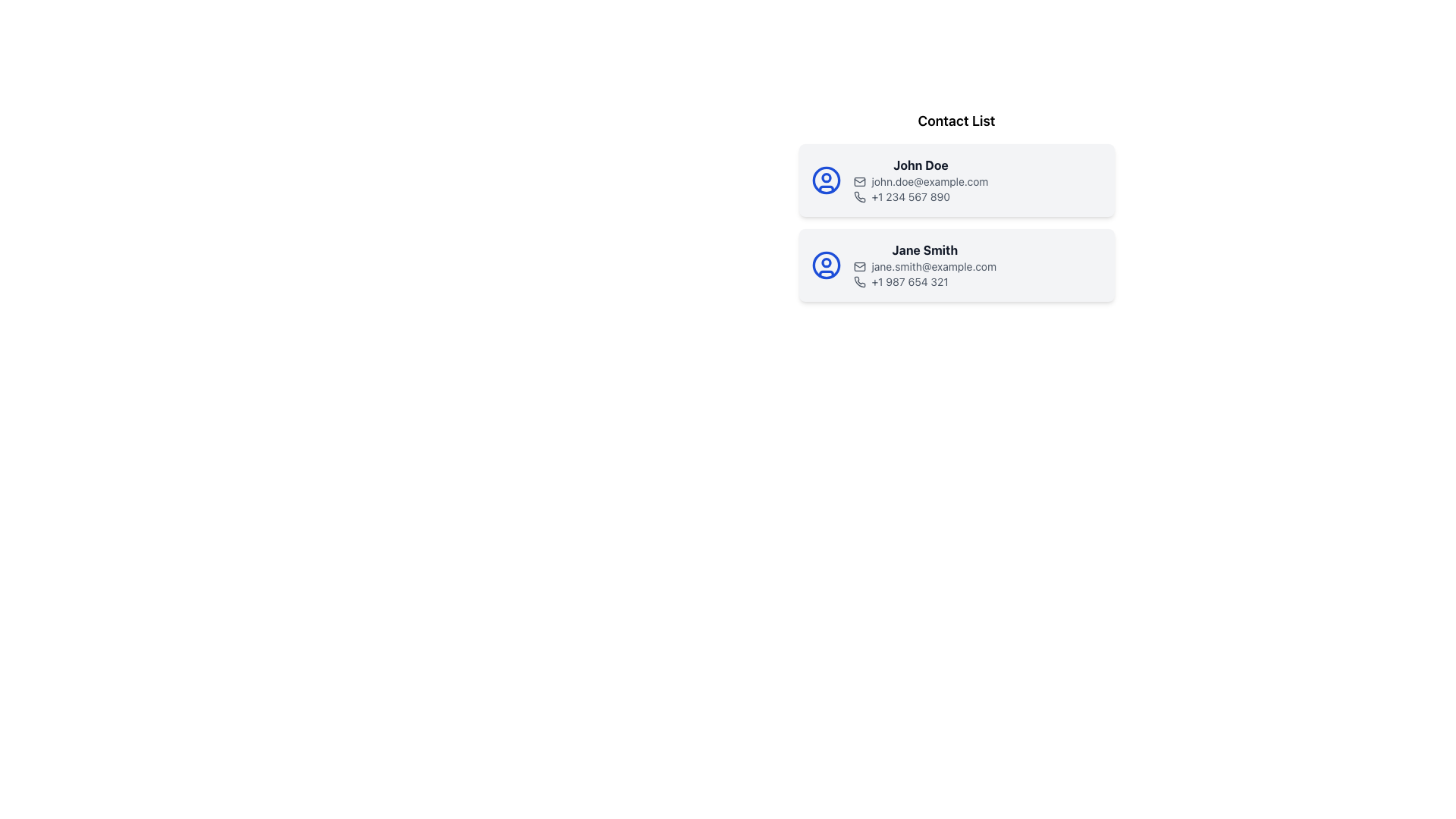 The width and height of the screenshot is (1456, 819). Describe the element at coordinates (924, 249) in the screenshot. I see `text displayed in the bold label 'Jane Smith' located in the second contact card of the contact list` at that location.